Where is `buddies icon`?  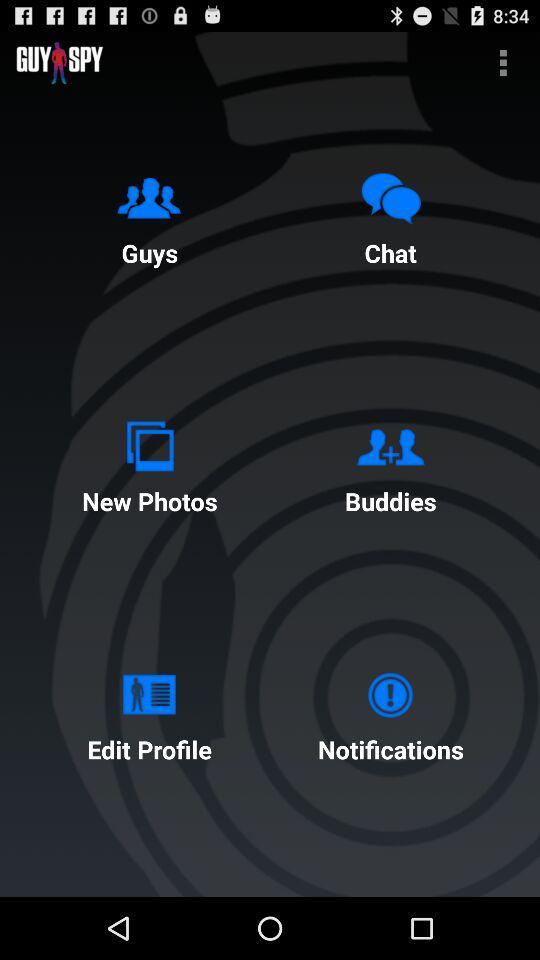
buddies icon is located at coordinates (390, 463).